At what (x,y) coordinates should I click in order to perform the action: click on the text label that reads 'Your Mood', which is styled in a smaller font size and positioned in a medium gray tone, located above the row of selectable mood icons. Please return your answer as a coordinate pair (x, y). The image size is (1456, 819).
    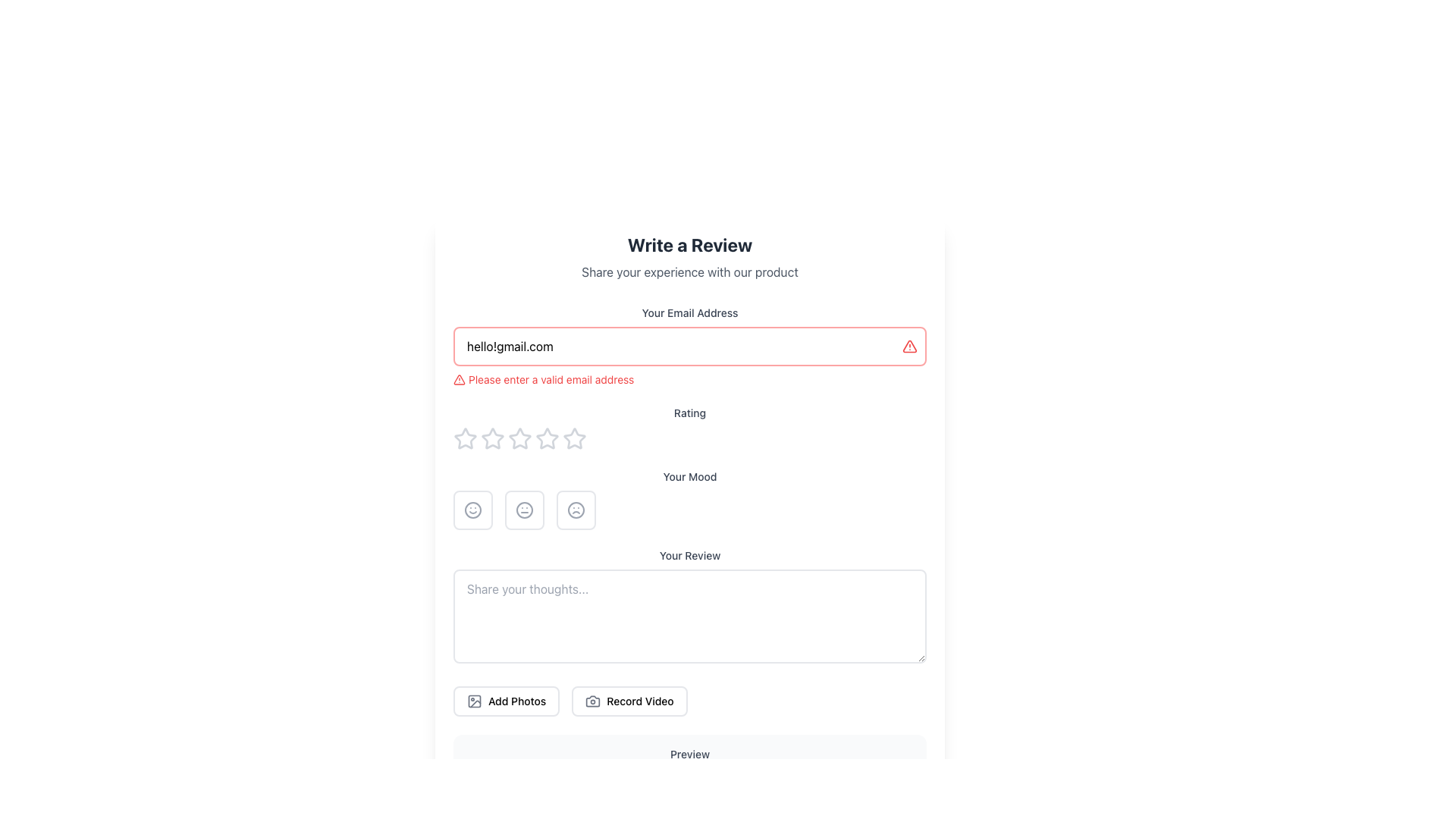
    Looking at the image, I should click on (689, 475).